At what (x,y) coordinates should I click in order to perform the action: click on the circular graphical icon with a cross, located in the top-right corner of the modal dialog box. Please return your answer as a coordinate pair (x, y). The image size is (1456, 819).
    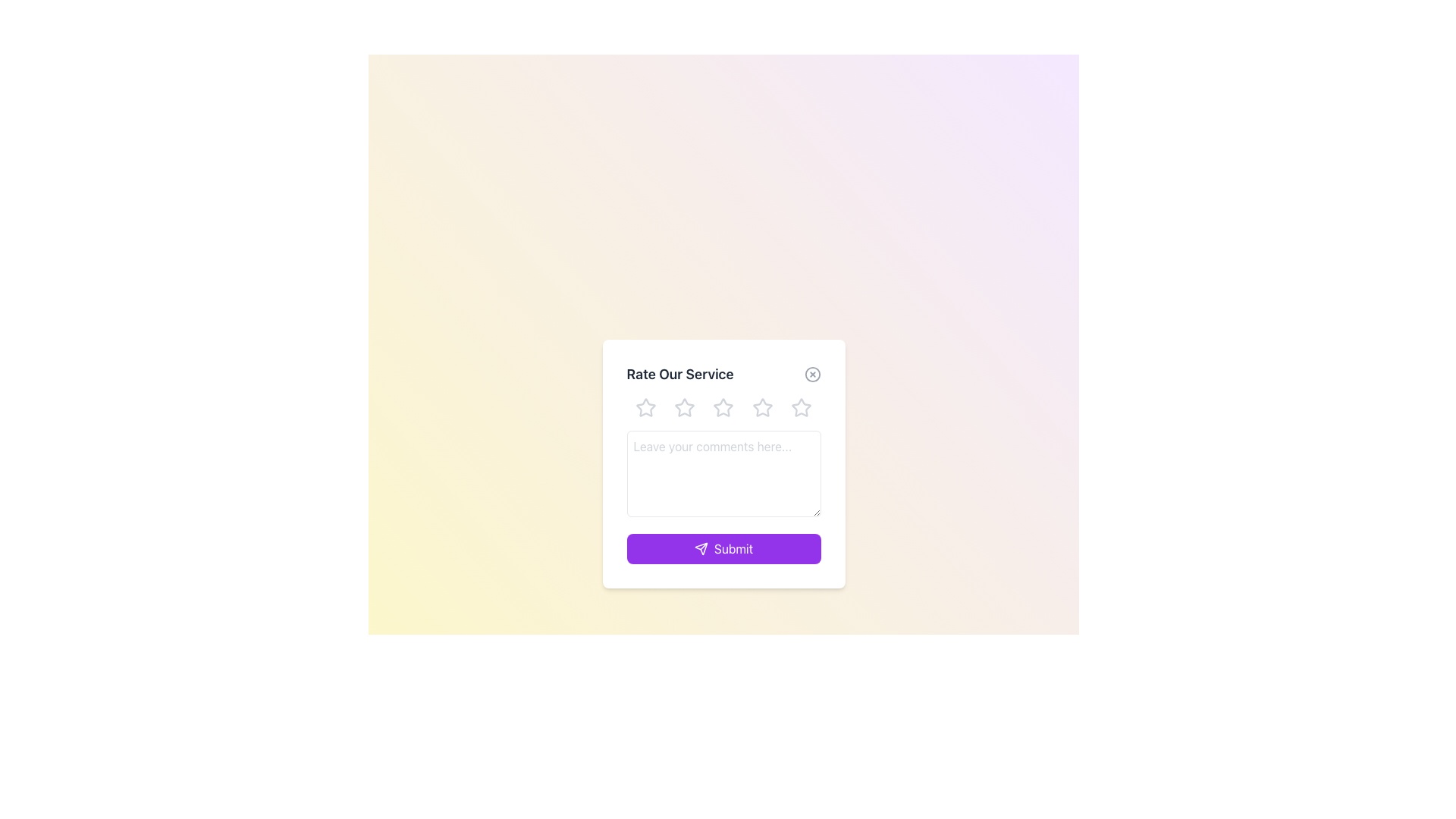
    Looking at the image, I should click on (811, 374).